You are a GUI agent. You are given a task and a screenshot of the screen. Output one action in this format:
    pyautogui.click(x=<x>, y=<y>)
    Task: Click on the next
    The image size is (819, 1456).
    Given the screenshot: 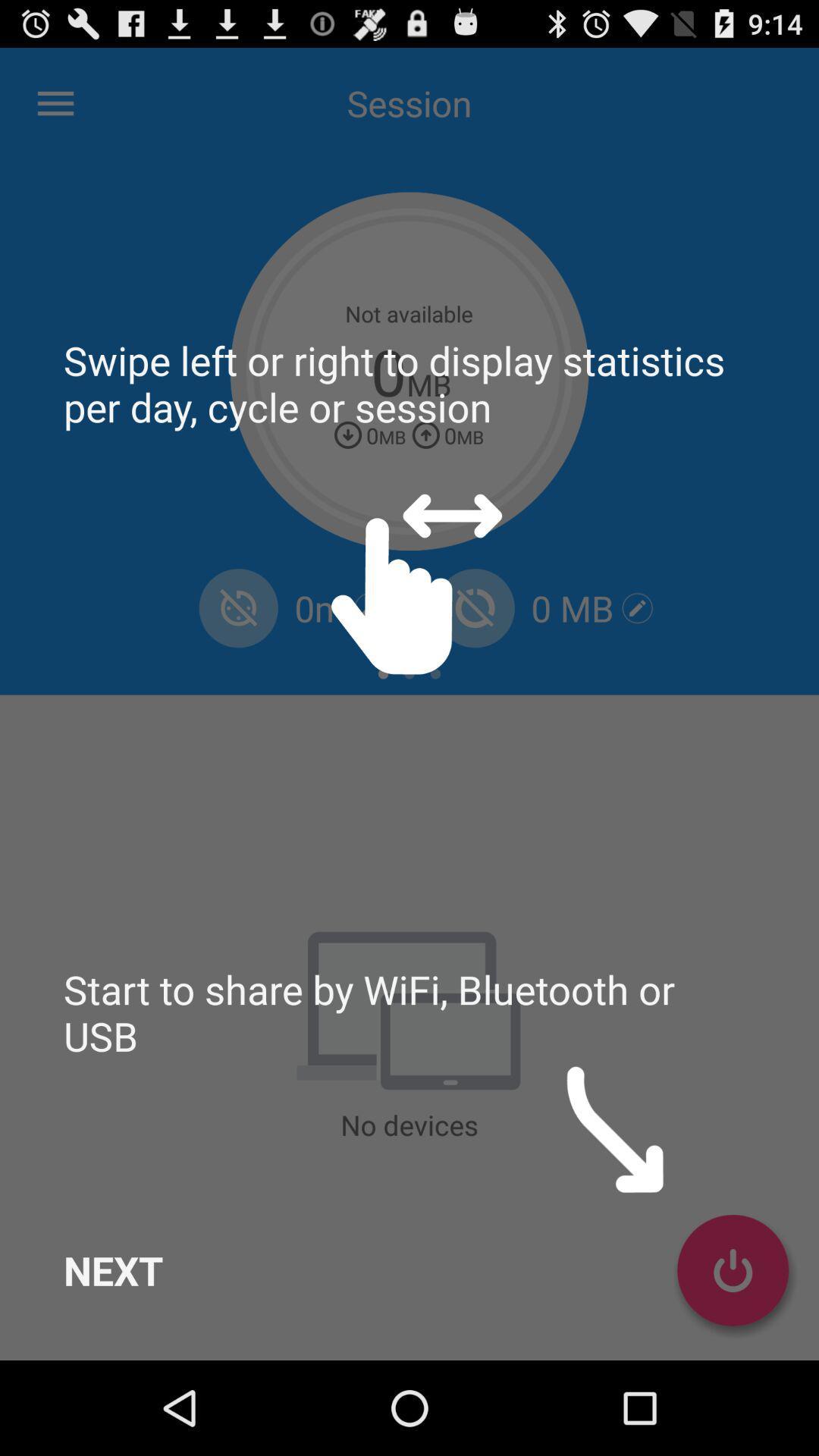 What is the action you would take?
    pyautogui.click(x=112, y=1270)
    